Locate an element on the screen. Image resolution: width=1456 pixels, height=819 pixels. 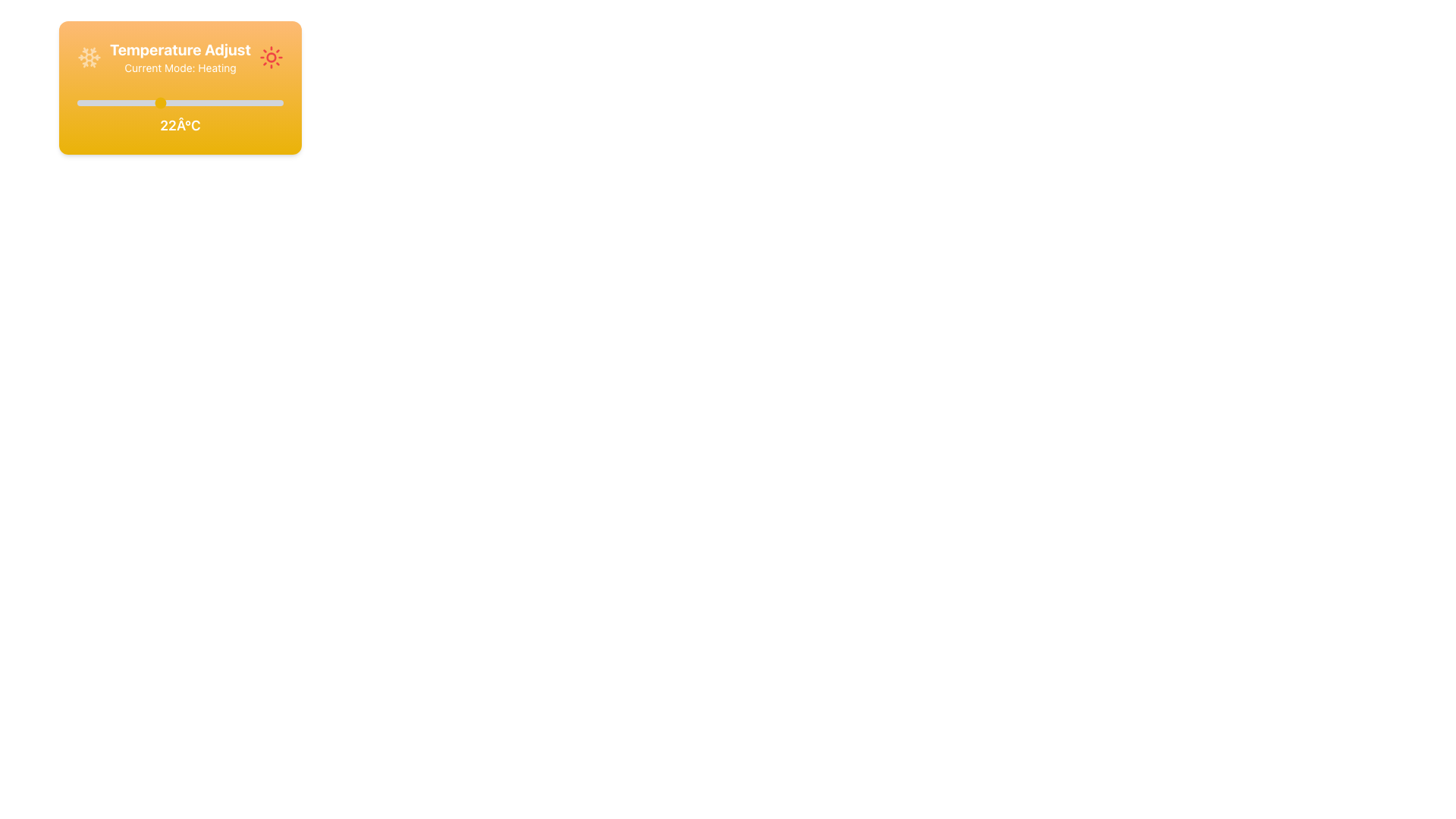
the informational Text Label indicating the current operational mode (Heating) of the device, which is positioned beneath the heading 'Temperature Adjust' is located at coordinates (180, 67).